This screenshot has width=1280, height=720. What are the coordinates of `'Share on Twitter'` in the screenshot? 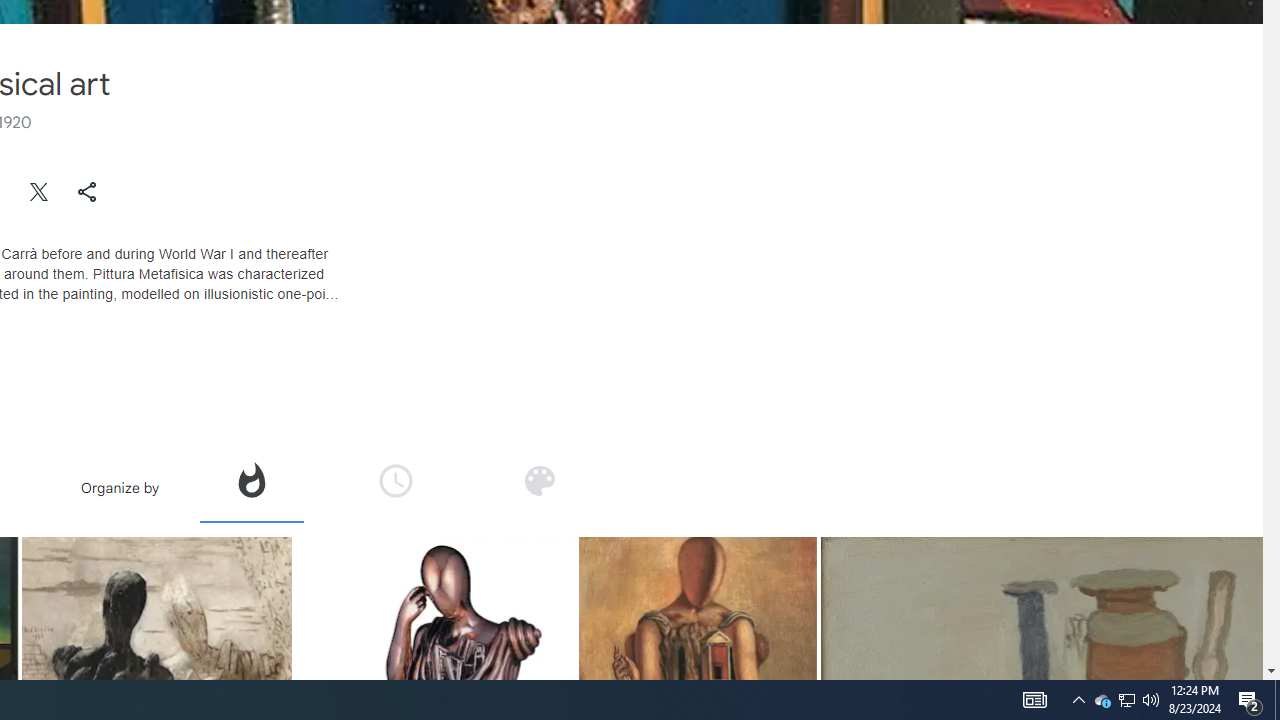 It's located at (39, 191).